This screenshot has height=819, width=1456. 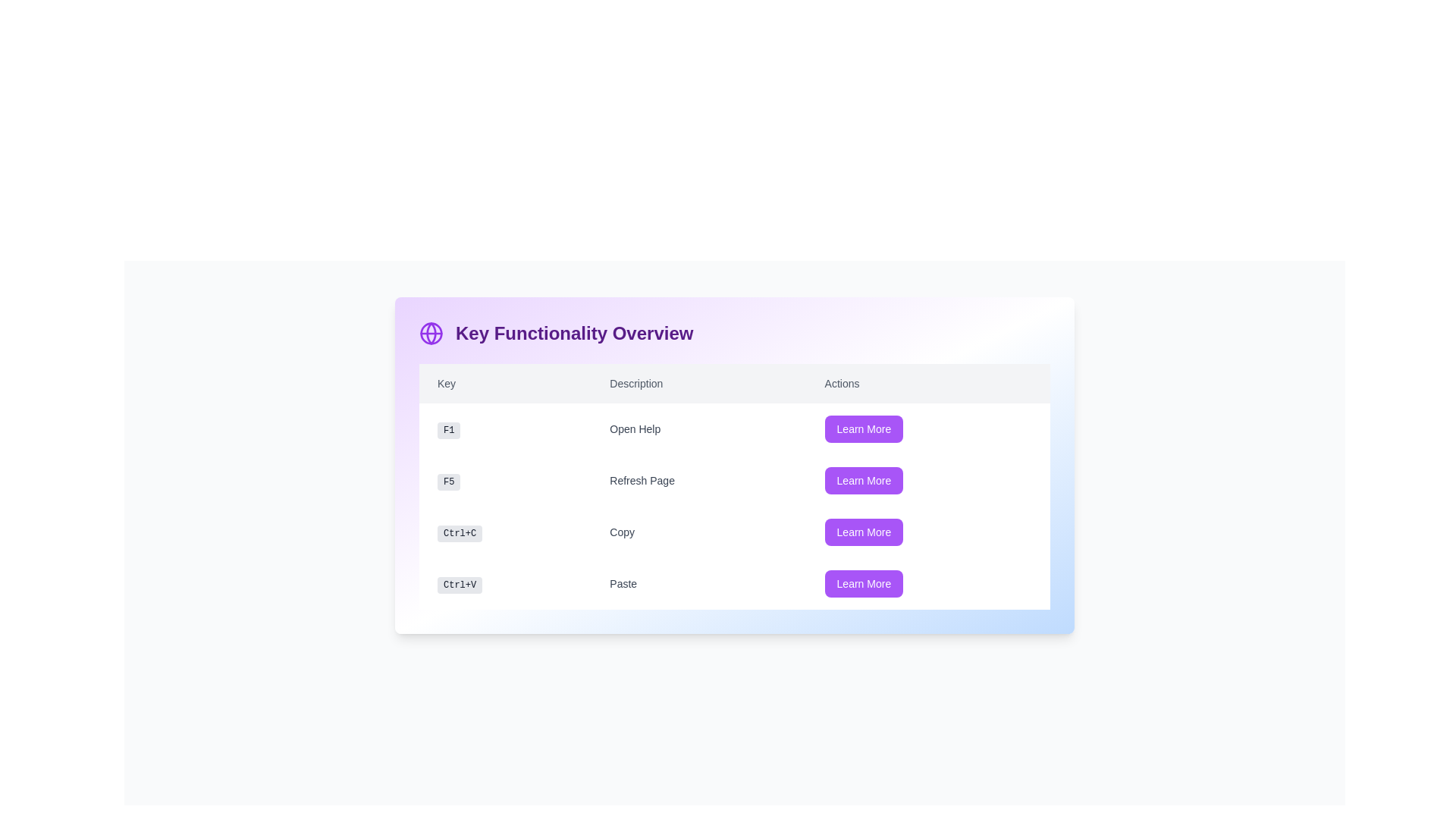 I want to click on the text label styled as a button displaying 'Ctrl+C', which is located in the 'Key' column of a table layout, serving as the third item in the list under the 'Key' column, so click(x=505, y=532).